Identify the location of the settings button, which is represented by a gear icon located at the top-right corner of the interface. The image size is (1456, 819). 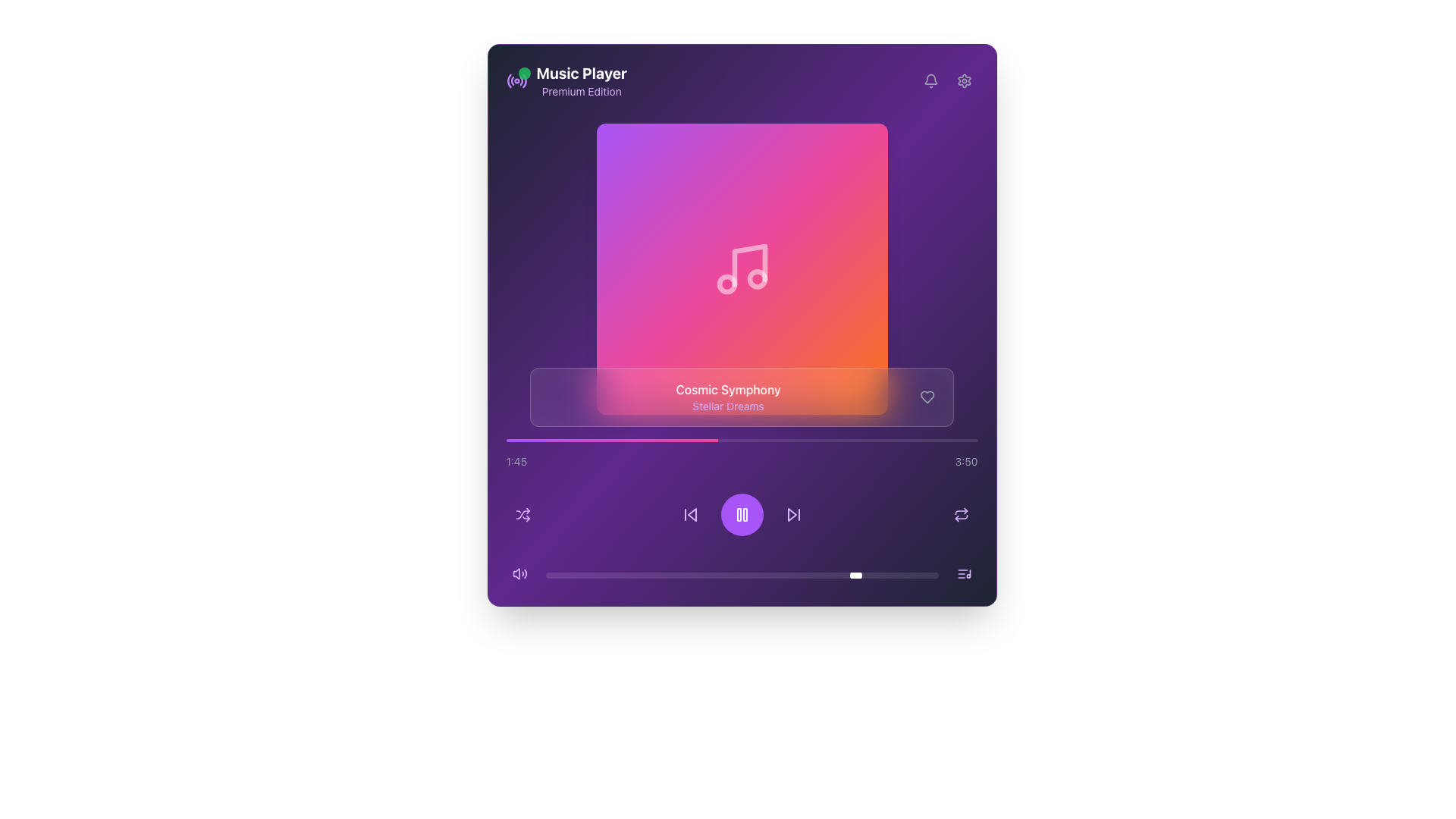
(963, 81).